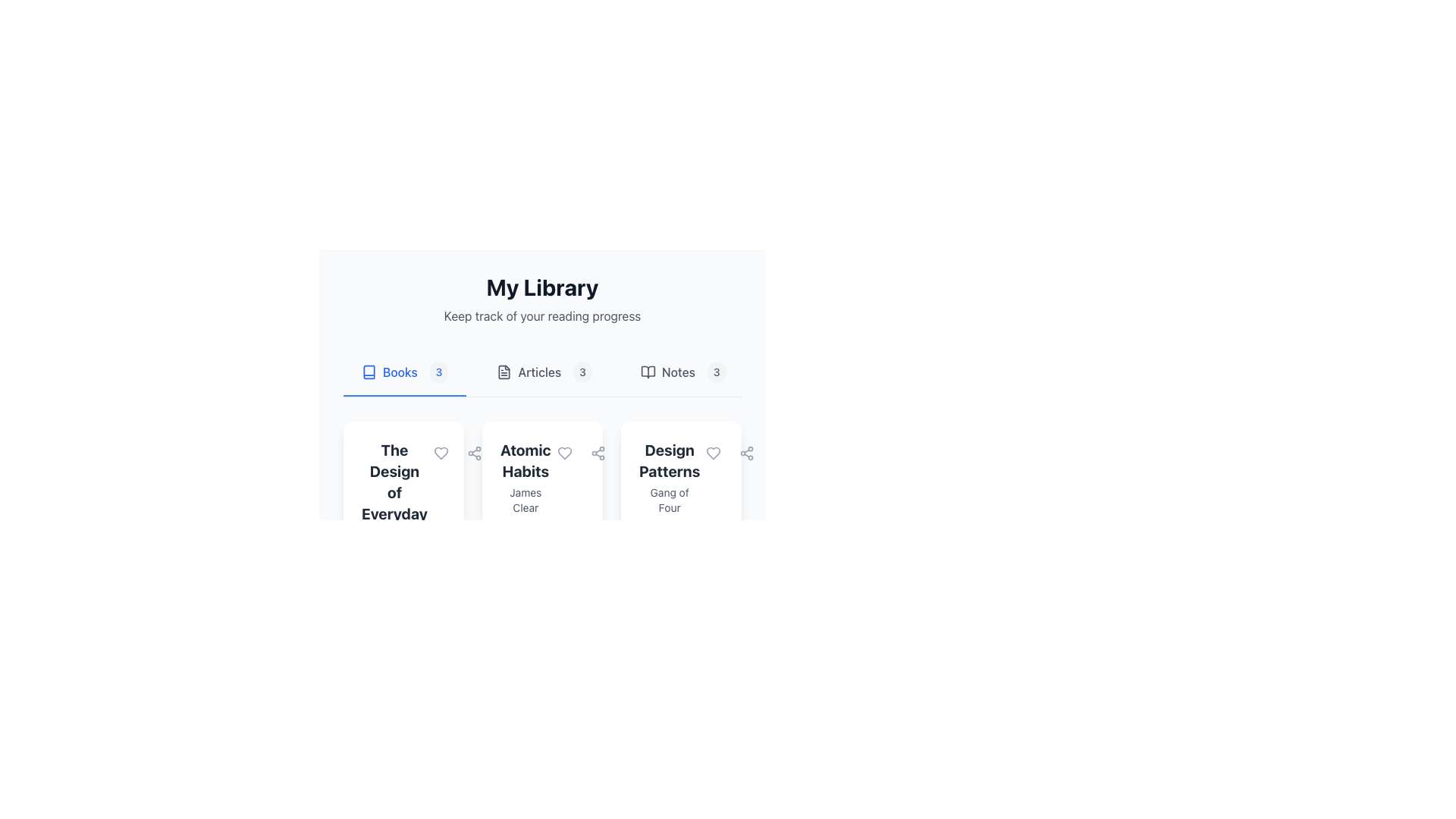  I want to click on text from the title and subtitle Text block located at the top of the section, which provides context about the content related to the user's reading progress, so click(542, 299).